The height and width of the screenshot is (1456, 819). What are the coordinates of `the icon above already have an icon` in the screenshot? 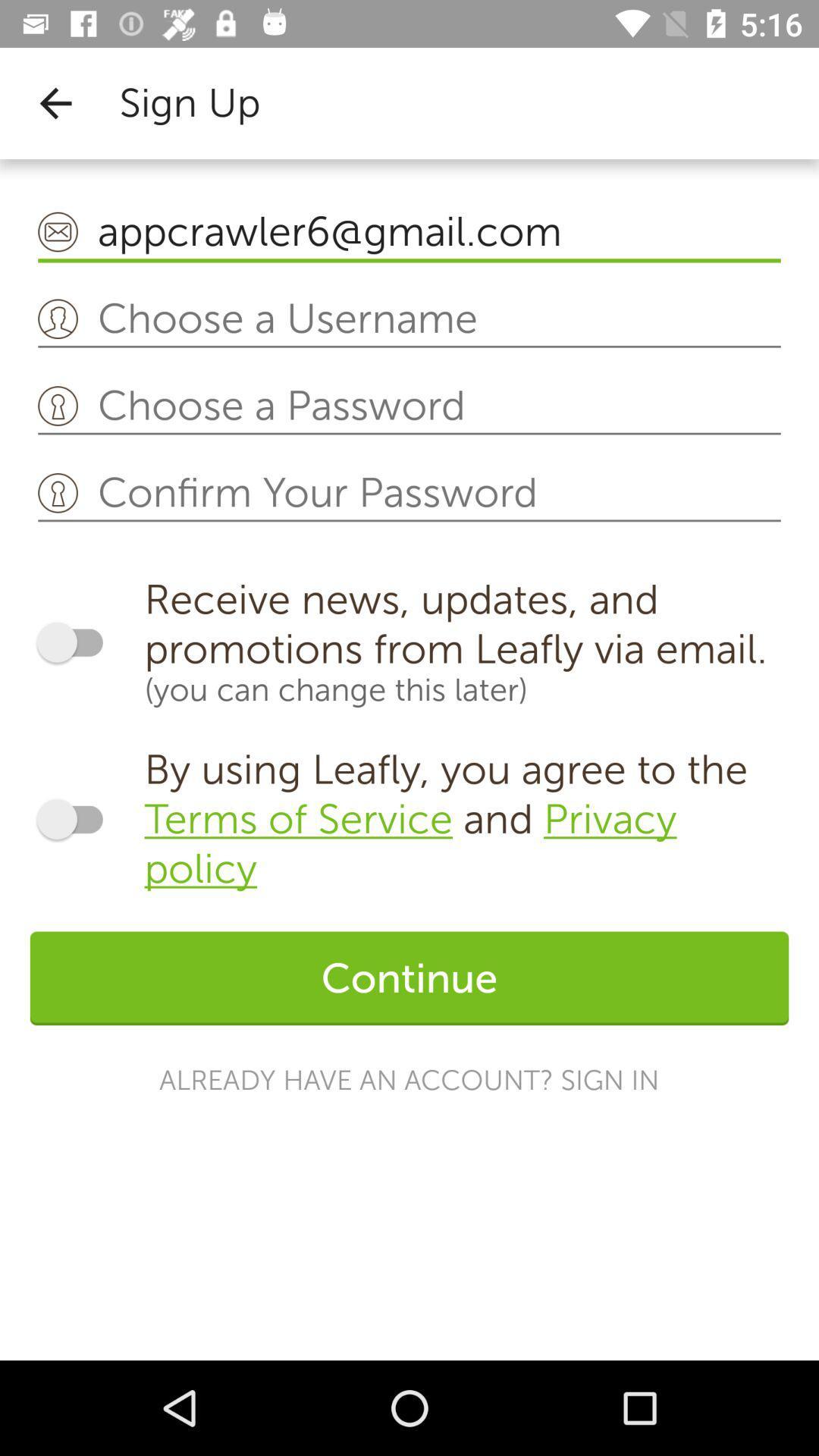 It's located at (409, 978).